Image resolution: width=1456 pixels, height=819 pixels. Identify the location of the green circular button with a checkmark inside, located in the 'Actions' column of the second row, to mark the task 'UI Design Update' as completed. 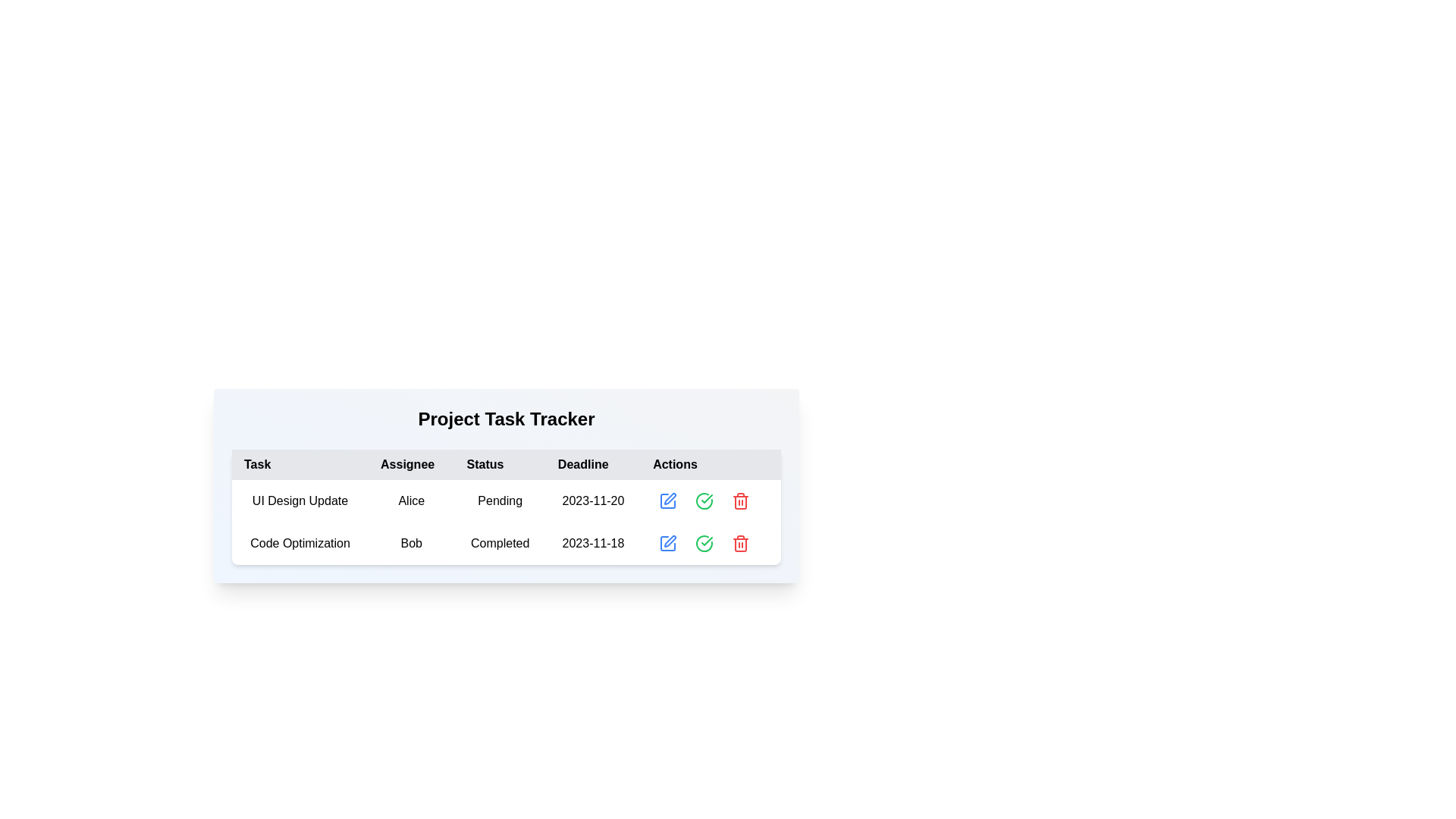
(704, 500).